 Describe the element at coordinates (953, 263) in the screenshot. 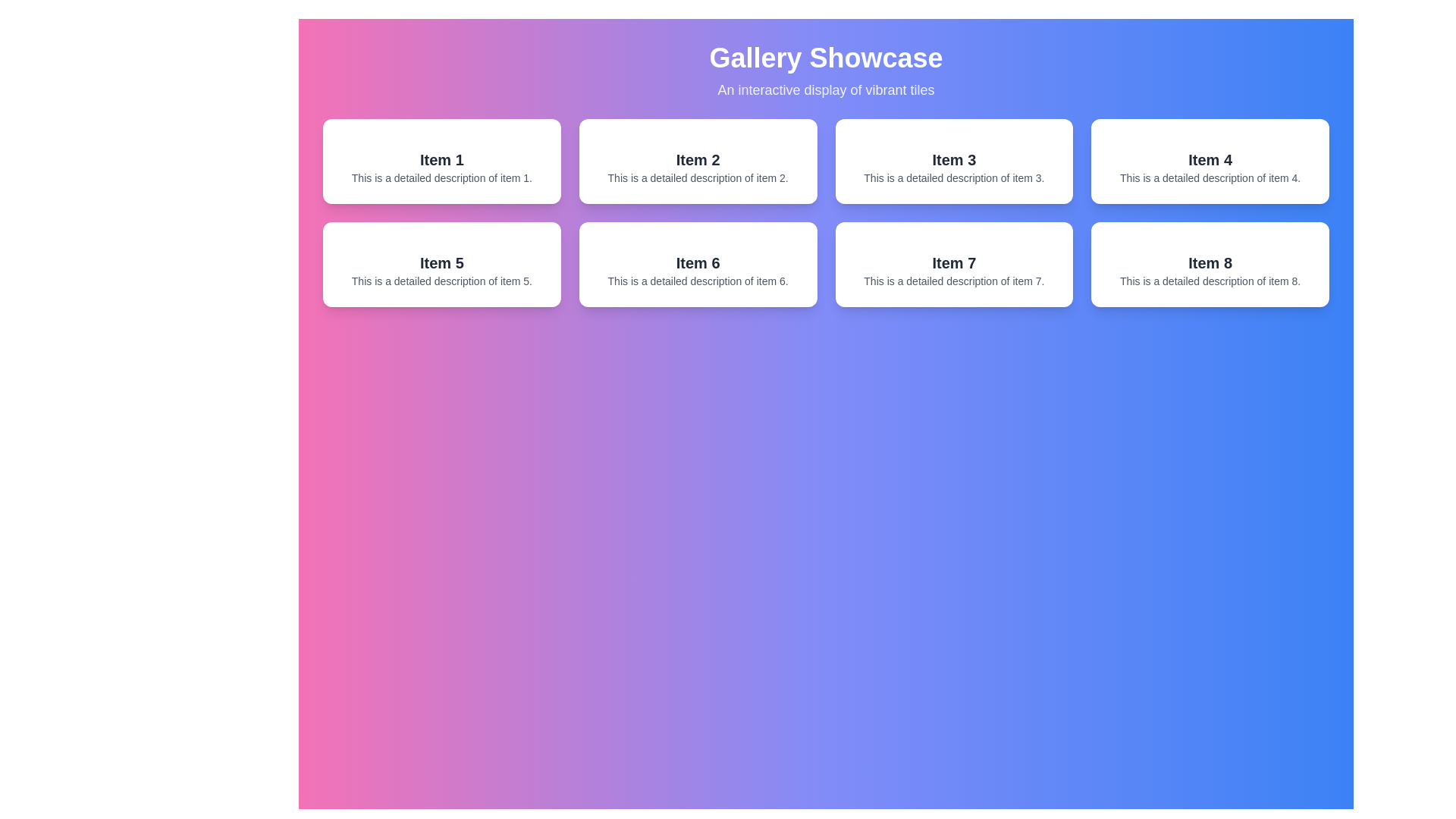

I see `the informational card located in the second row and third column of a grid layout, which displays a title and brief description` at that location.